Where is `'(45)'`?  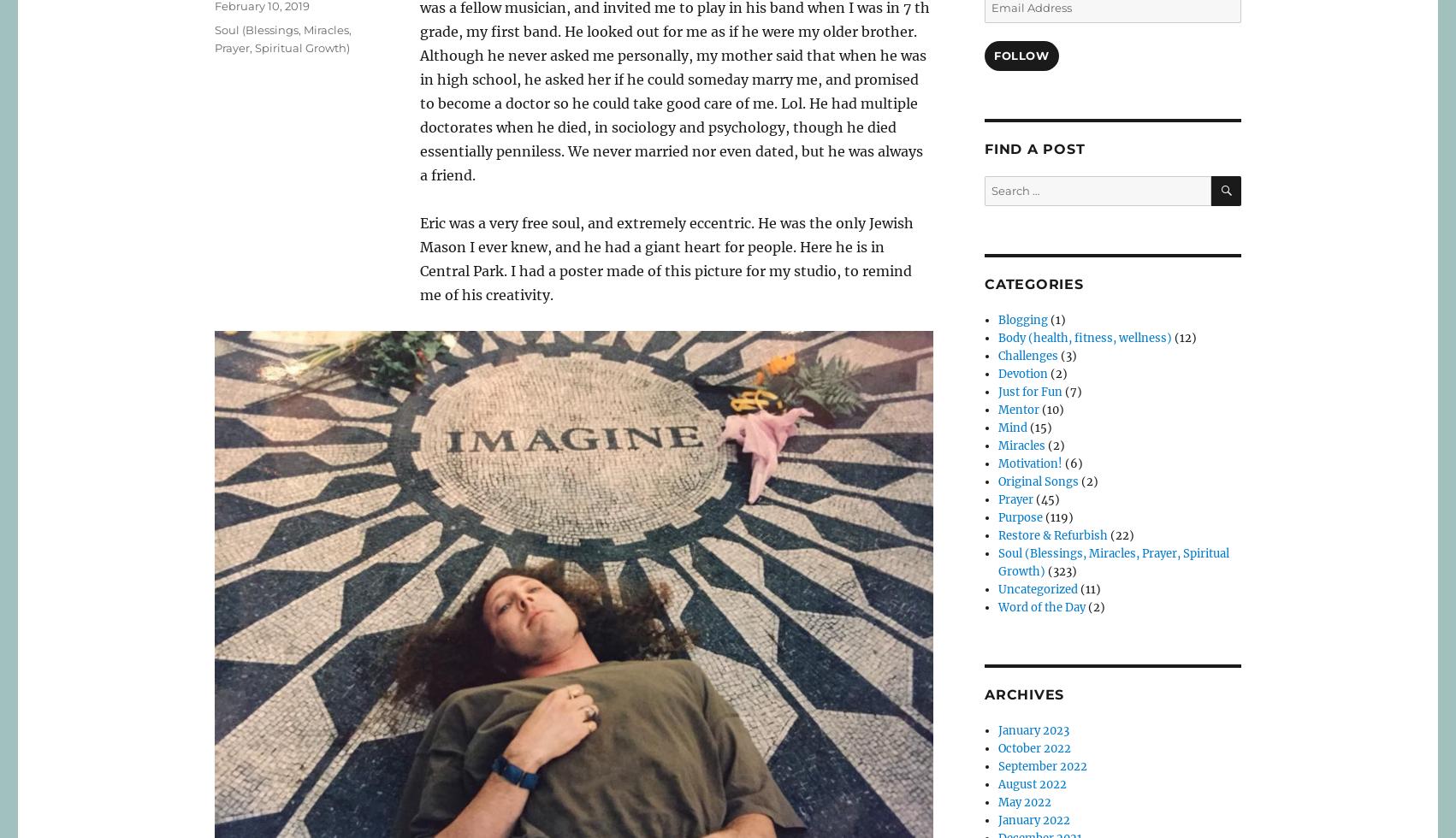
'(45)' is located at coordinates (1046, 499).